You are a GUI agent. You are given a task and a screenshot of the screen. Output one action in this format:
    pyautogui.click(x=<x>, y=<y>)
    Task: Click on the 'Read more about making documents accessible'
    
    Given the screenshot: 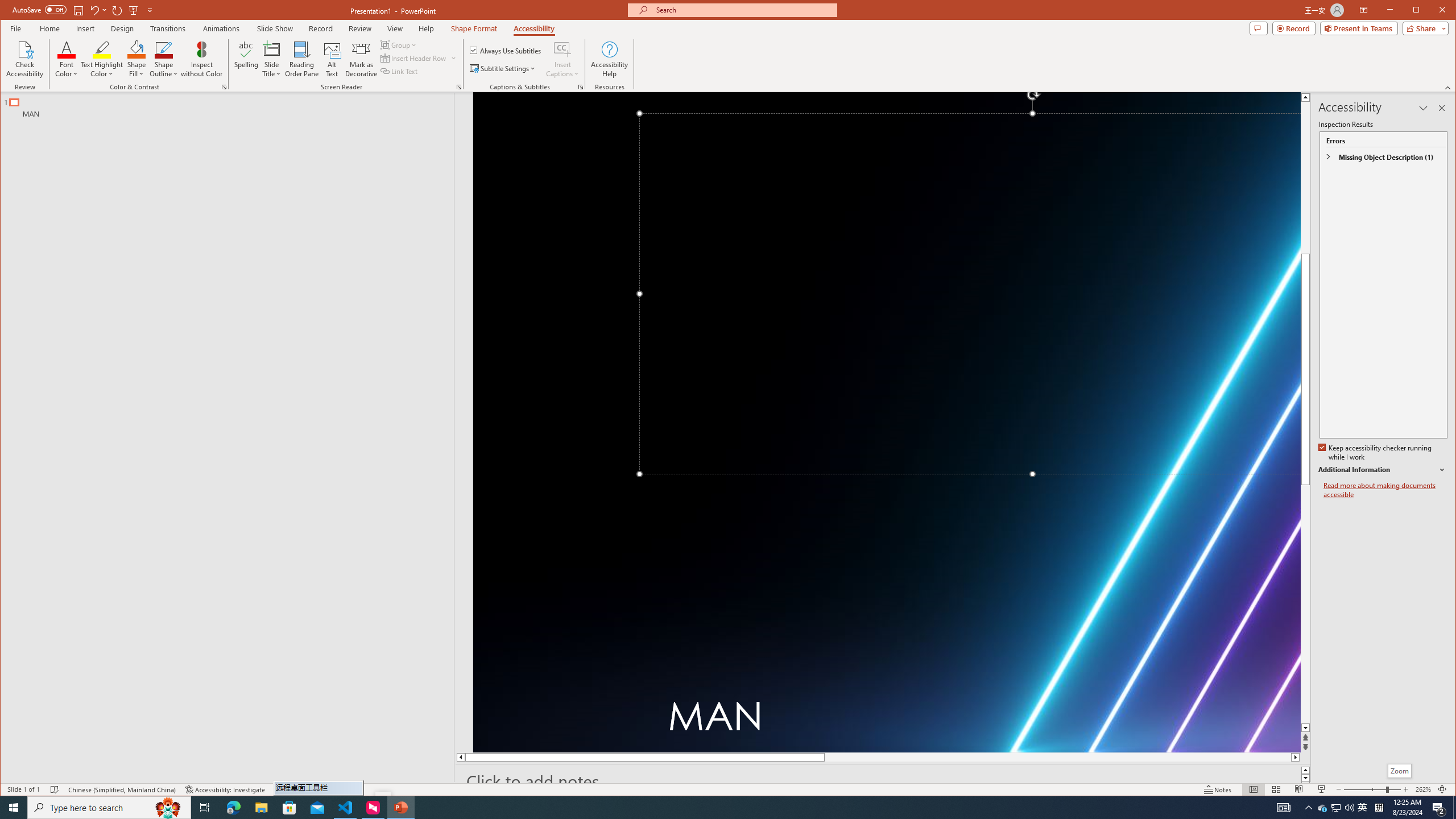 What is the action you would take?
    pyautogui.click(x=1384, y=490)
    